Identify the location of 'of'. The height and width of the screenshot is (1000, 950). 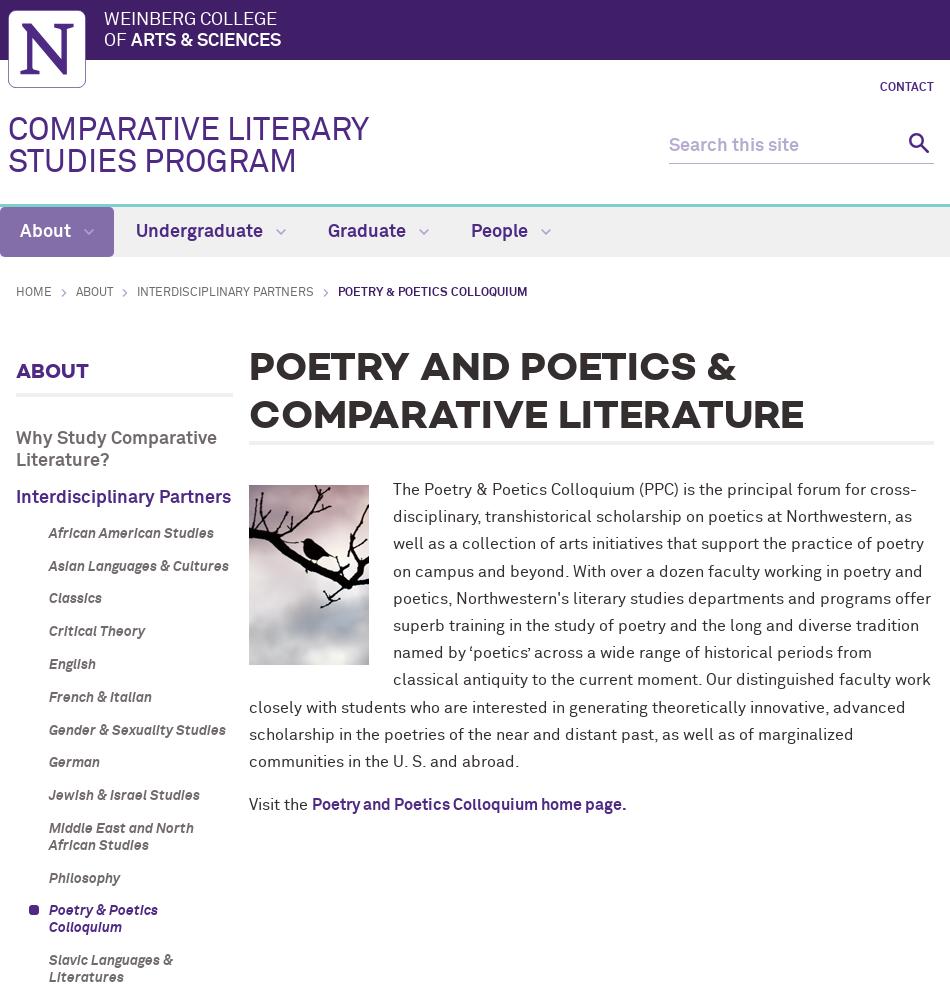
(117, 41).